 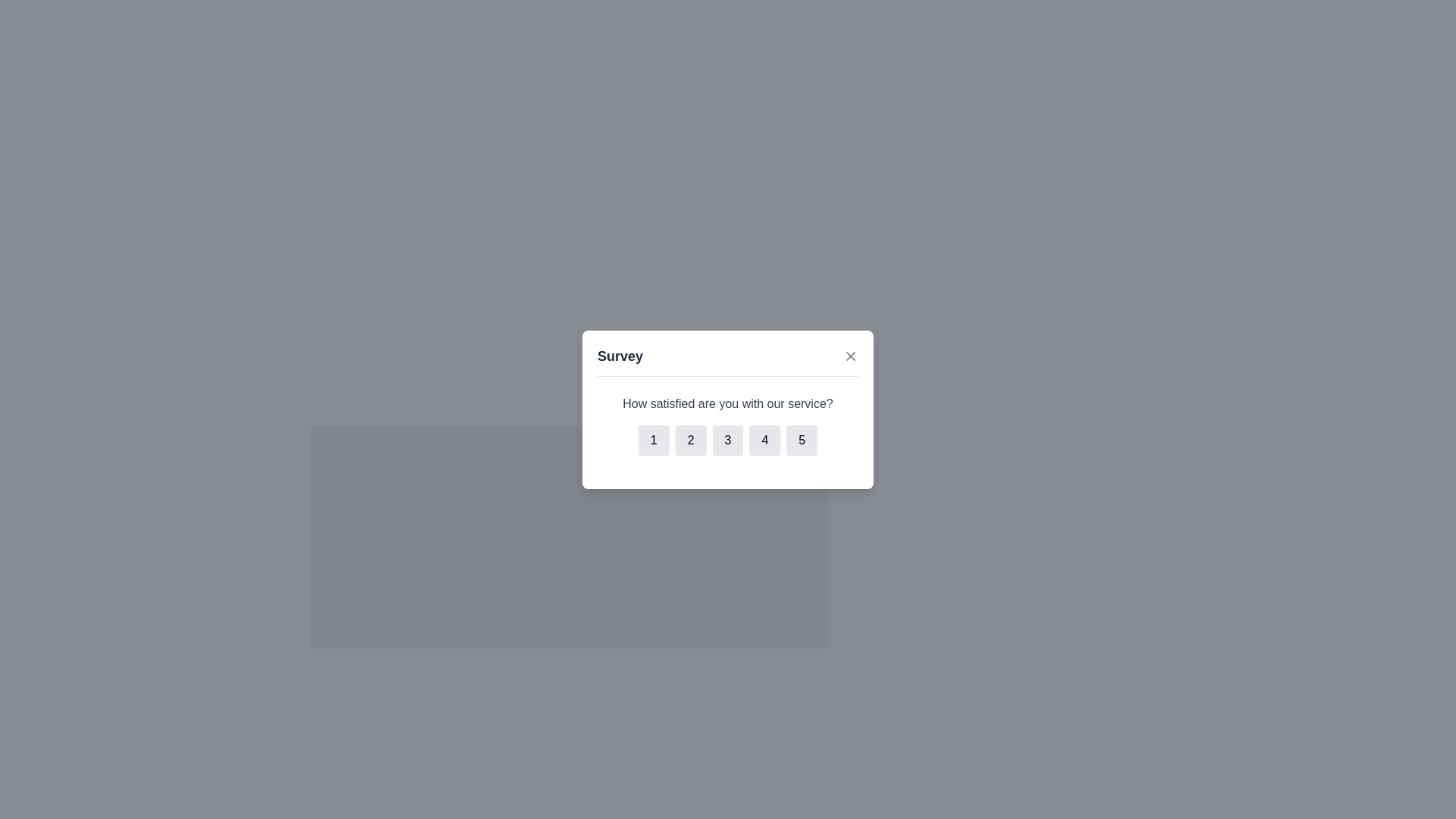 What do you see at coordinates (728, 424) in the screenshot?
I see `the interactive rating buttons in the modal dialogue box` at bounding box center [728, 424].